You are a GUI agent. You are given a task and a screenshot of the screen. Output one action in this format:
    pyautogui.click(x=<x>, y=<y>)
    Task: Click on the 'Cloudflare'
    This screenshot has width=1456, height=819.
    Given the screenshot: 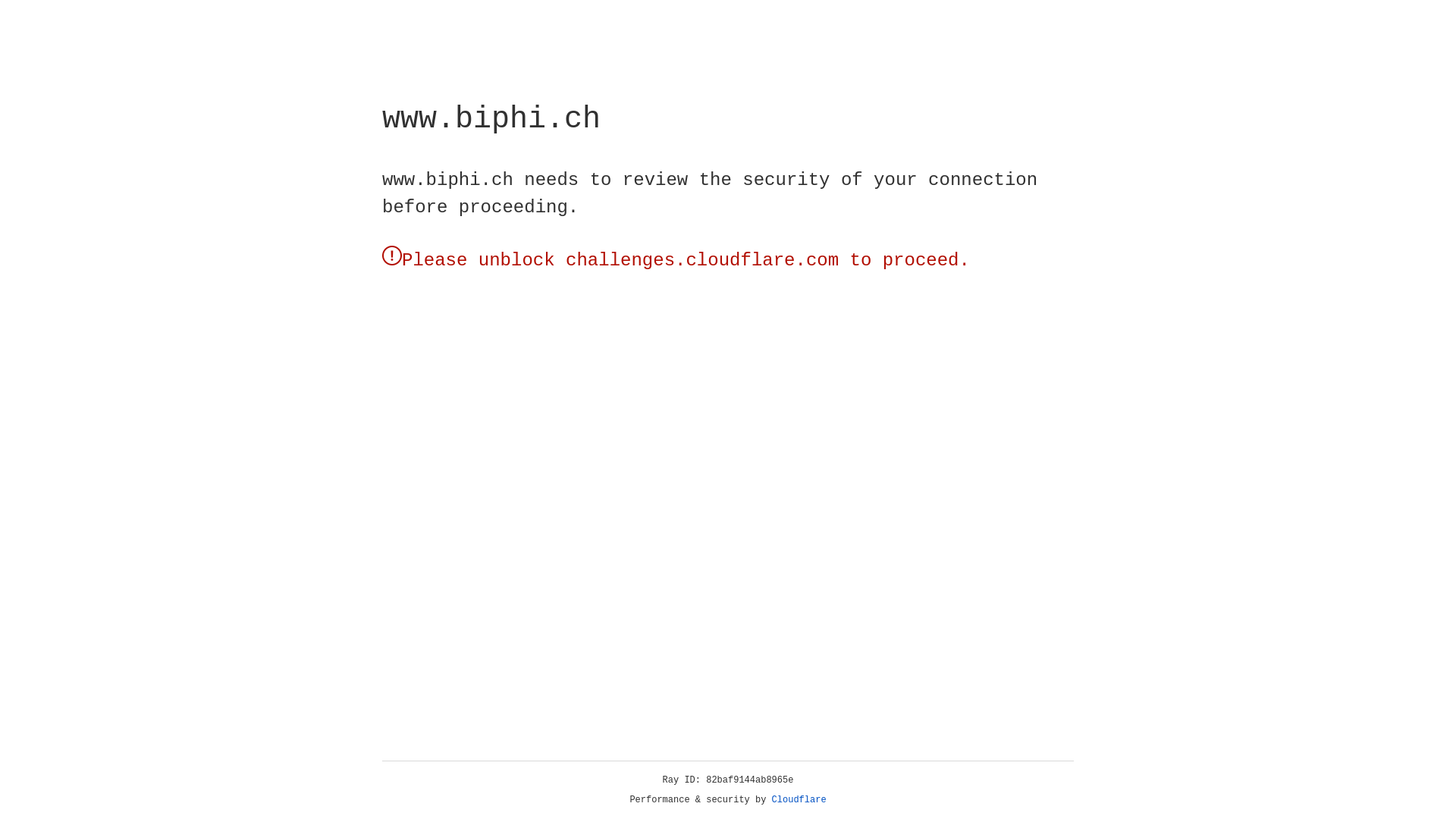 What is the action you would take?
    pyautogui.click(x=771, y=799)
    